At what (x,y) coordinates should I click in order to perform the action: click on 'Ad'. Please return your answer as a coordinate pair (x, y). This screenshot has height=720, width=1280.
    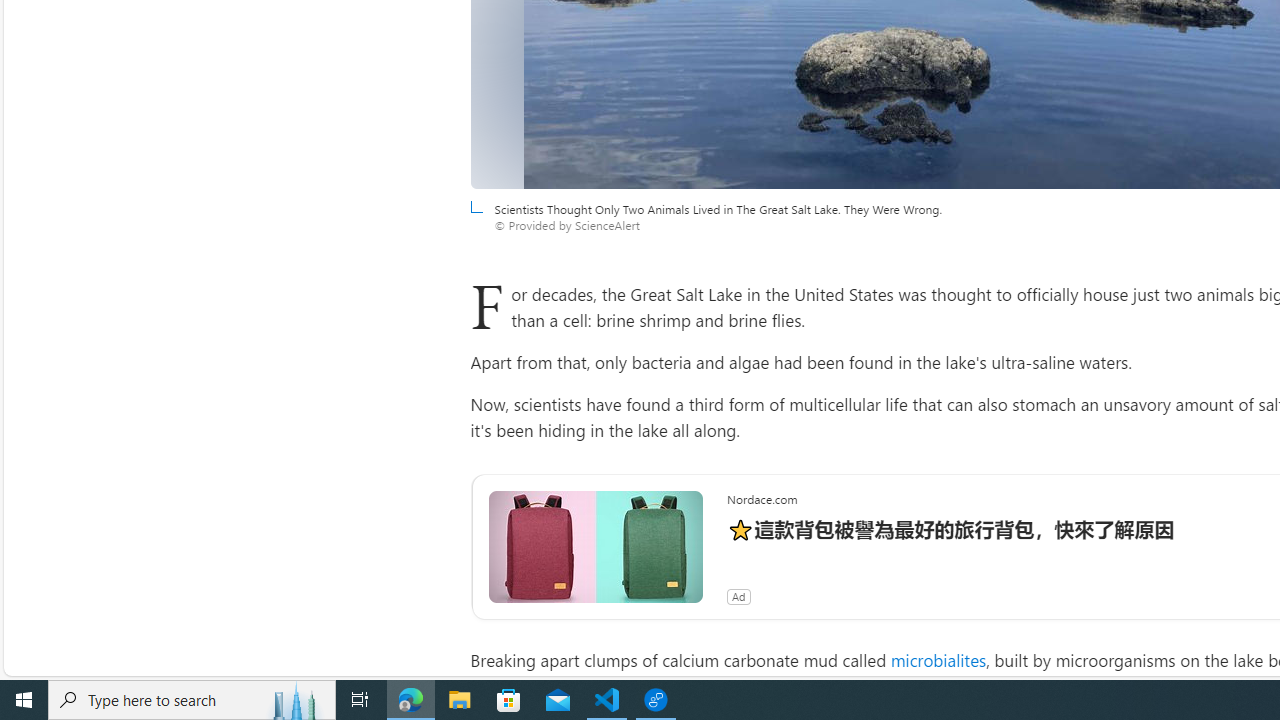
    Looking at the image, I should click on (737, 595).